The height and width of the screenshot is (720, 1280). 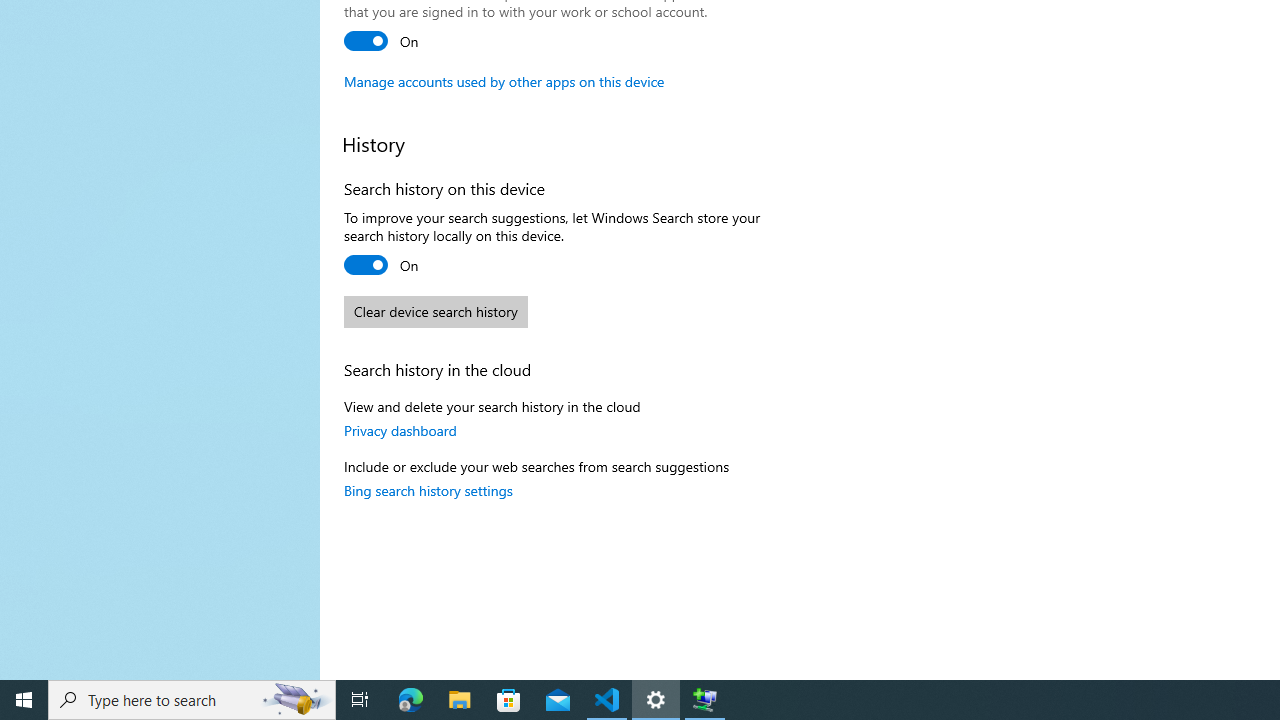 I want to click on 'Bing search history settings', so click(x=427, y=489).